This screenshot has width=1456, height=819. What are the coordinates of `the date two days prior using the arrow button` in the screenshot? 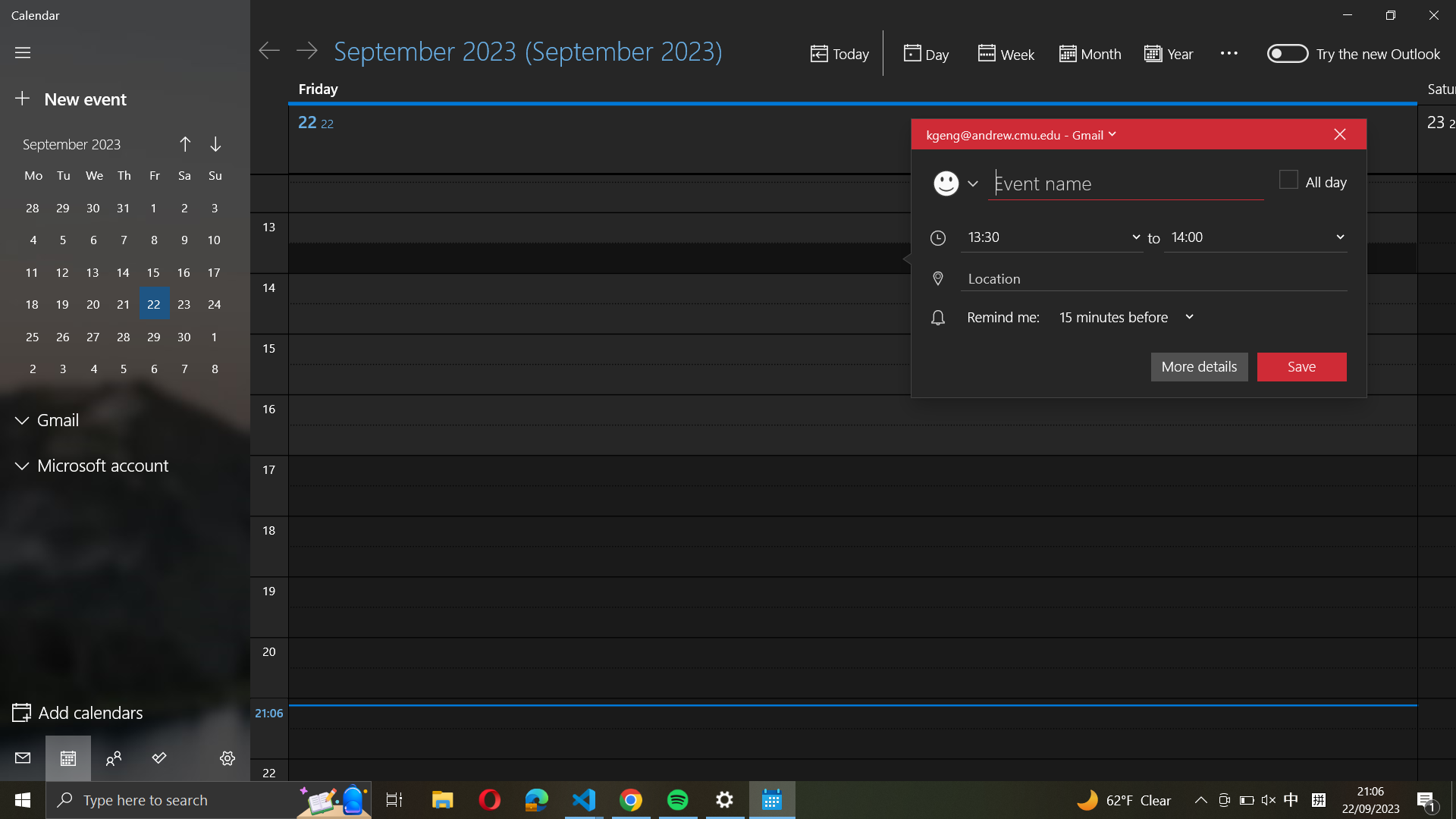 It's located at (269, 49).